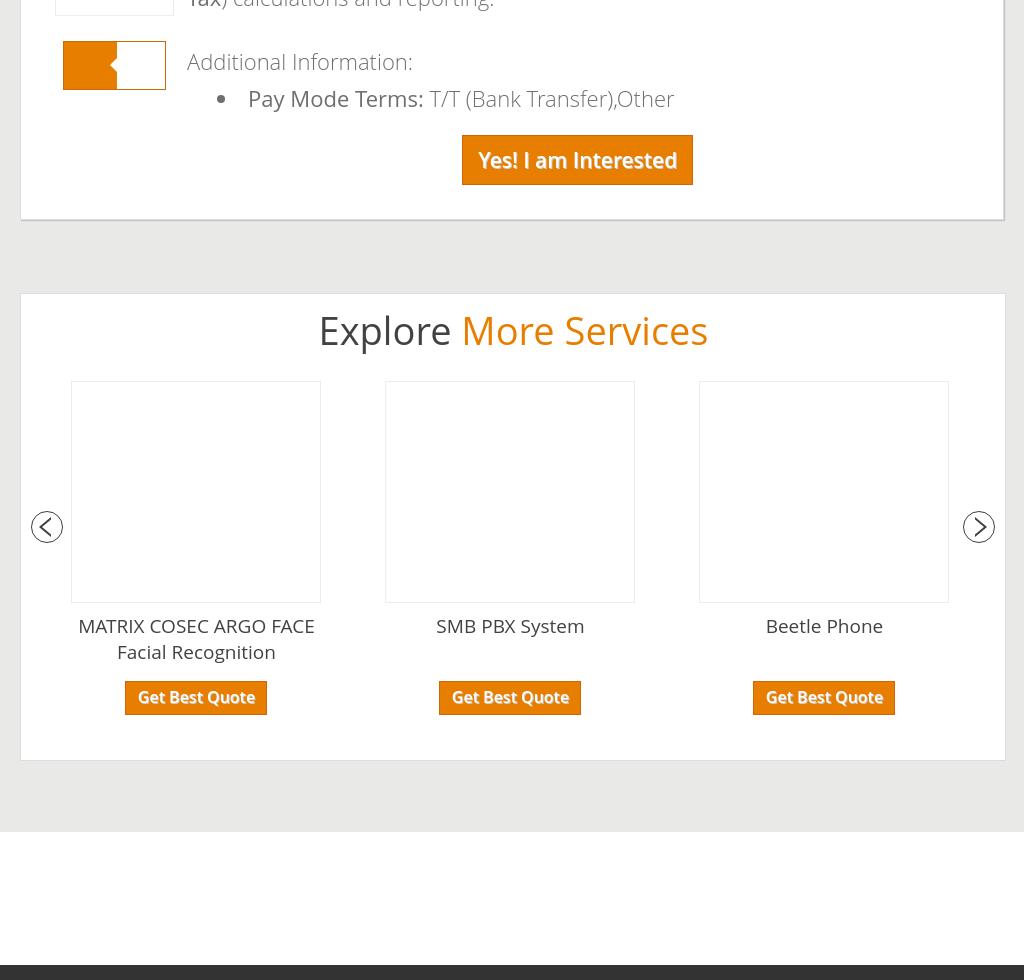 This screenshot has width=1024, height=980. I want to click on 'T/T (Bank Transfer),Other', so click(428, 98).